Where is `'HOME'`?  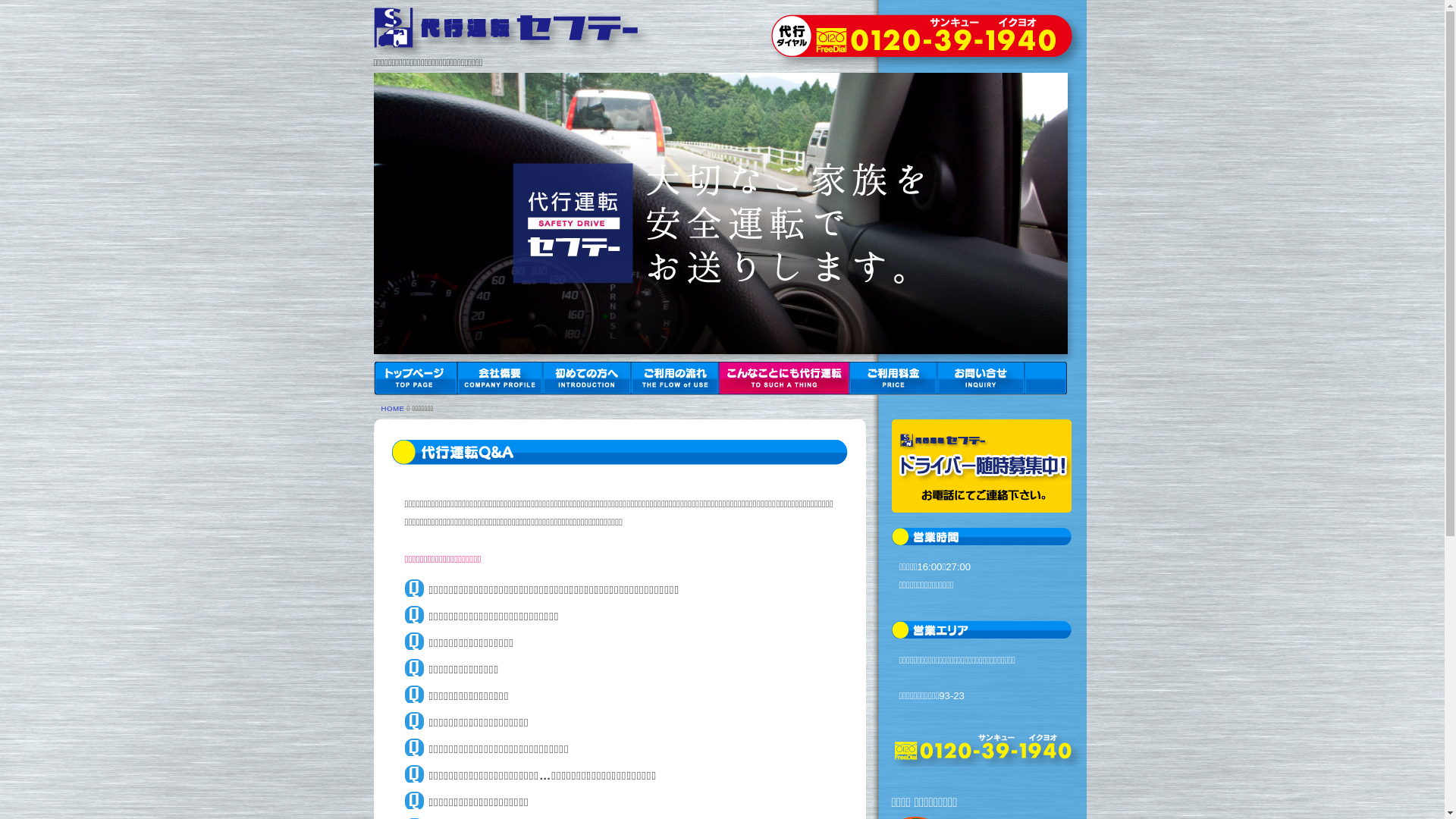
'HOME' is located at coordinates (392, 407).